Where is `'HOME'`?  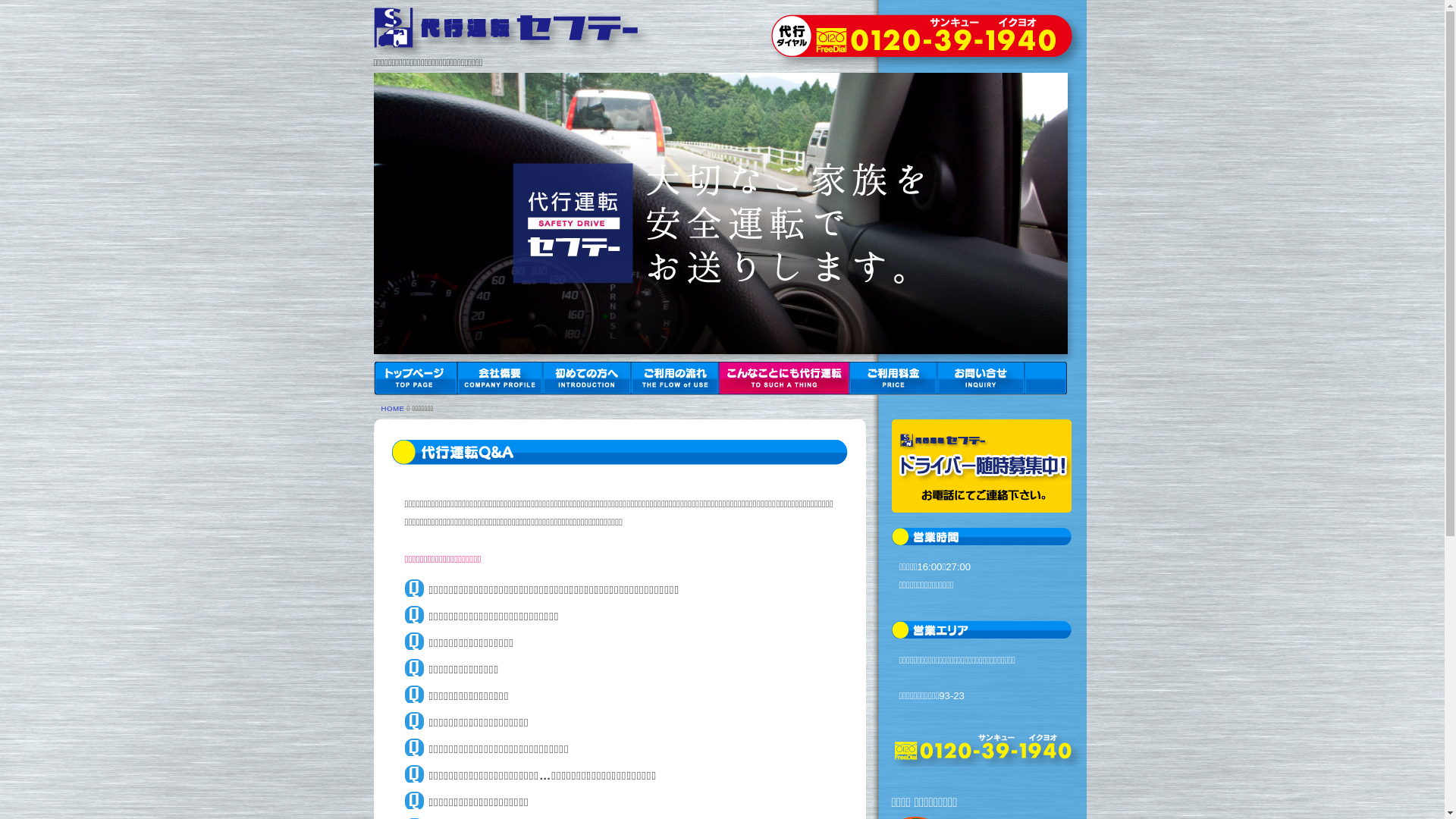
'HOME' is located at coordinates (392, 407).